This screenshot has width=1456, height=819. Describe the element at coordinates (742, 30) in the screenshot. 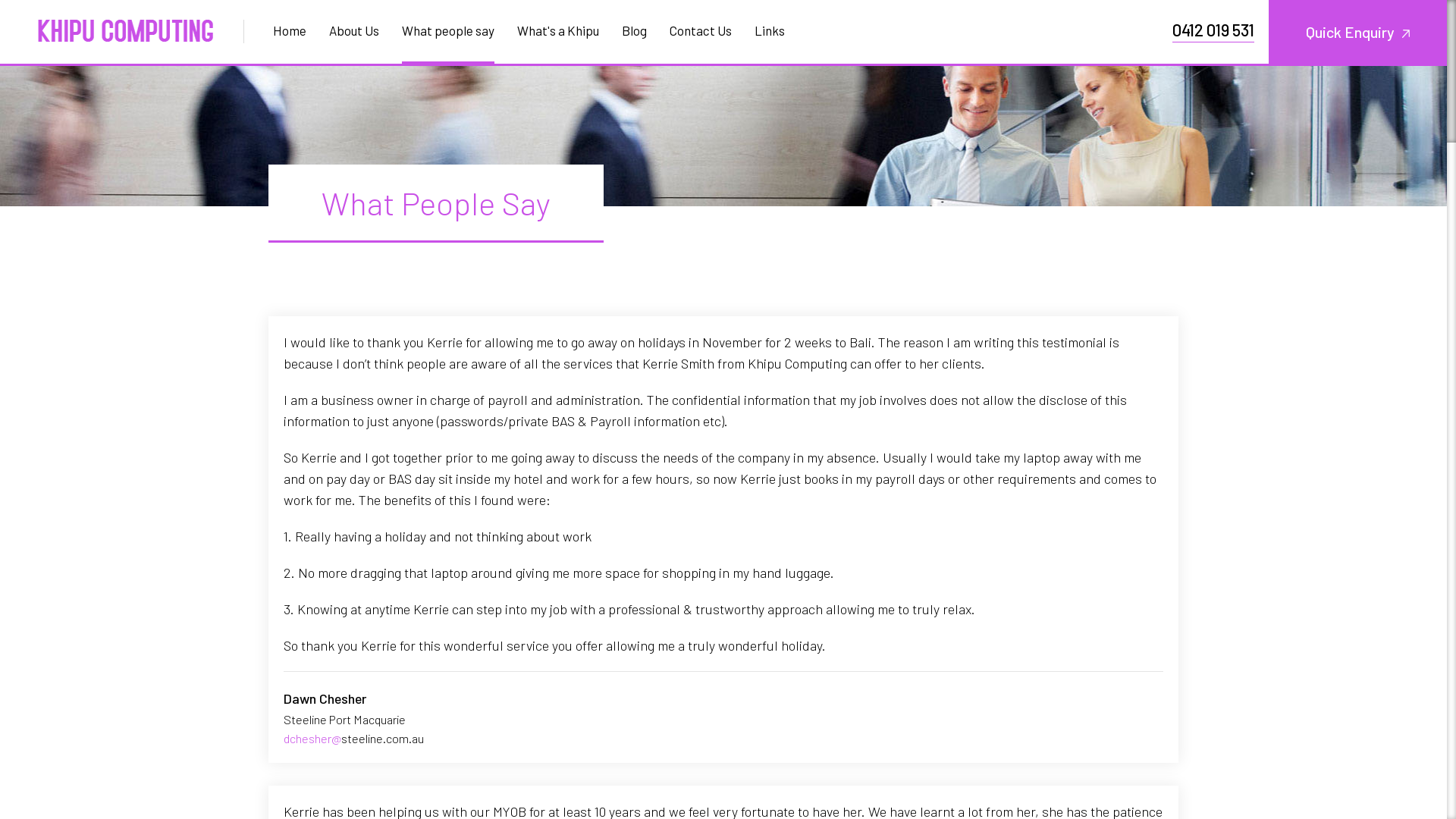

I see `'Links'` at that location.